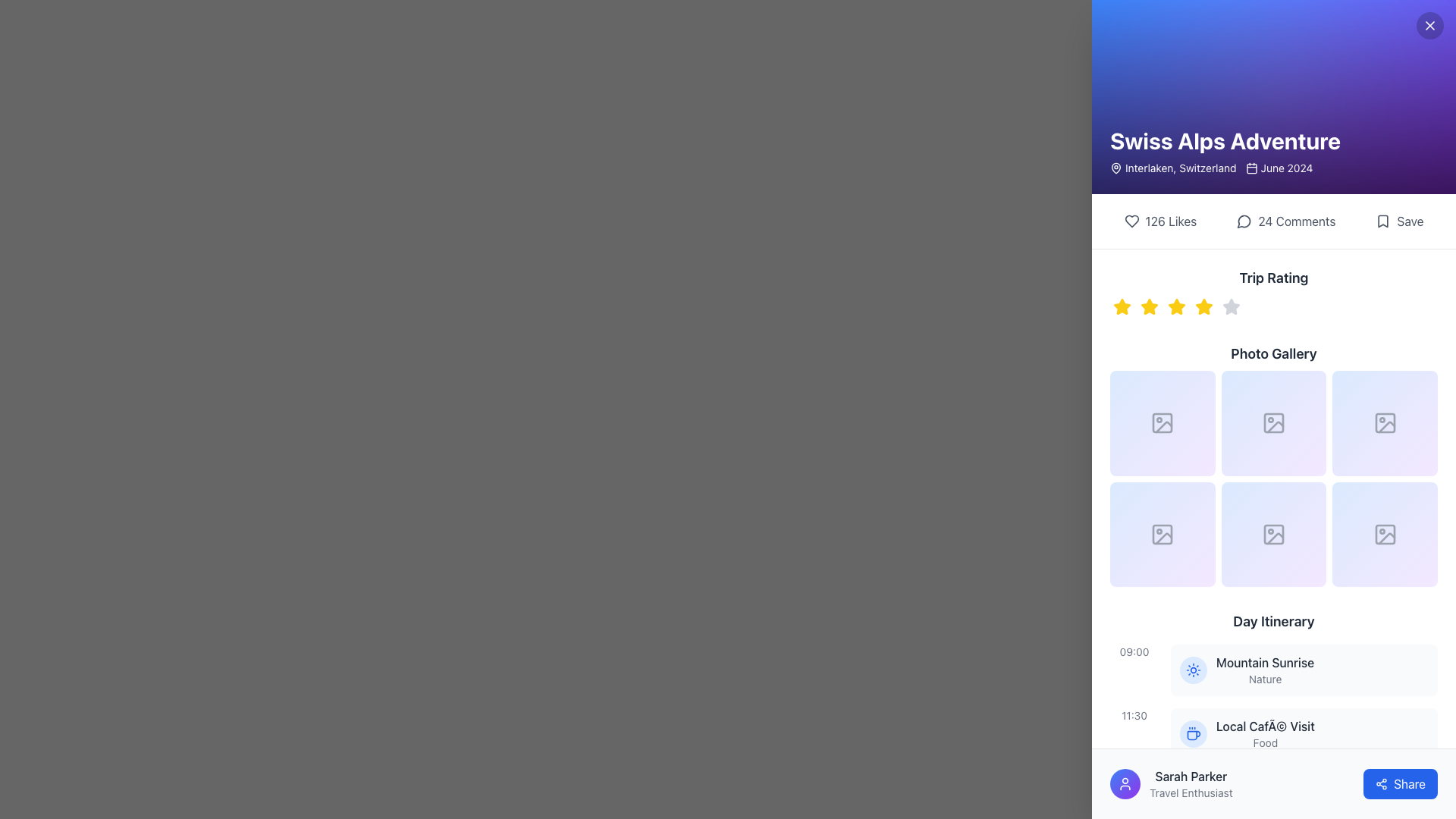 Image resolution: width=1456 pixels, height=819 pixels. Describe the element at coordinates (1193, 669) in the screenshot. I see `the sun icon representing the 'Mountain Sunrise' entry in the Day Itinerary section` at that location.